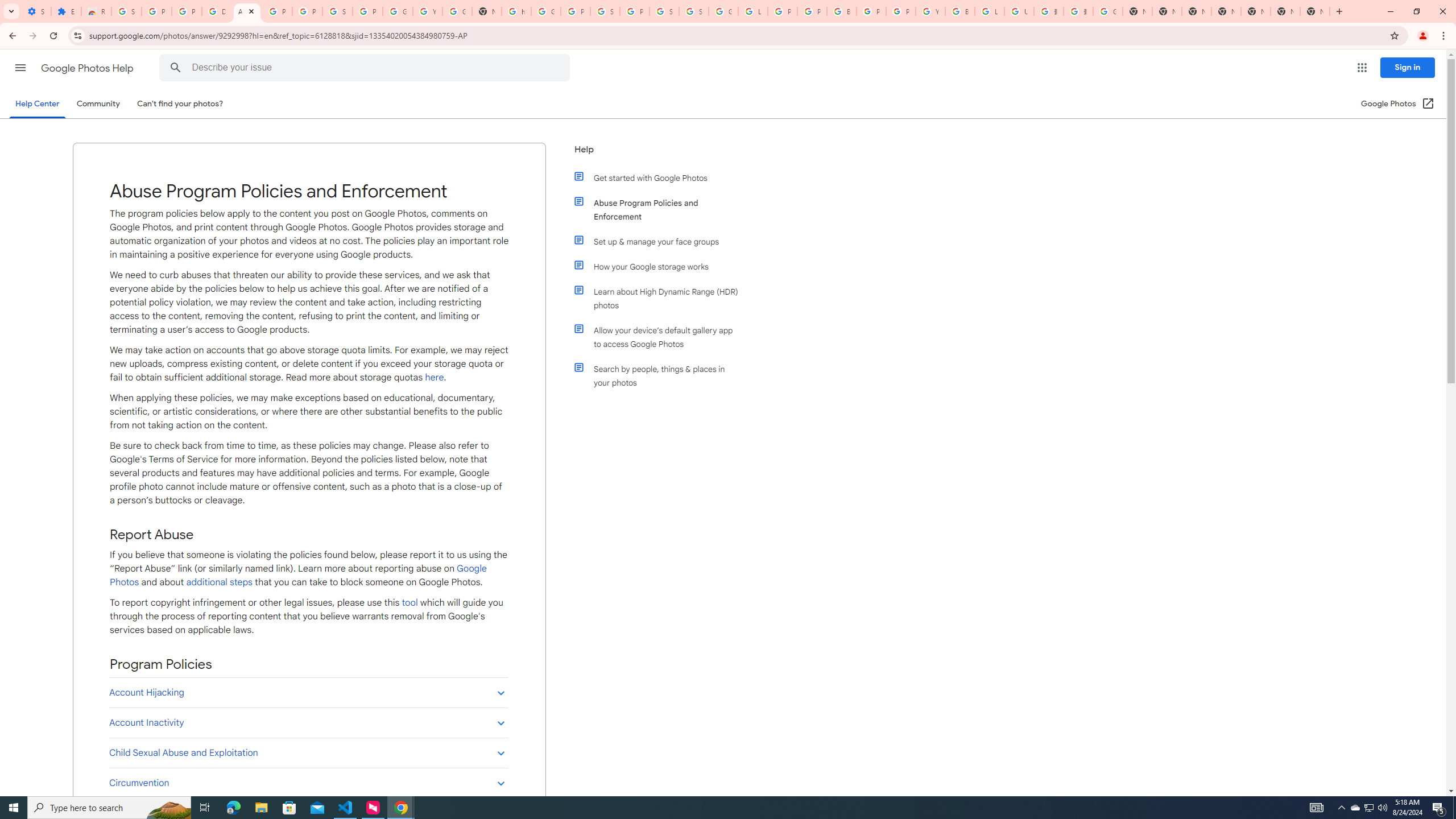  I want to click on 'Browse Chrome as a guest - Computer - Google Chrome Help', so click(959, 11).